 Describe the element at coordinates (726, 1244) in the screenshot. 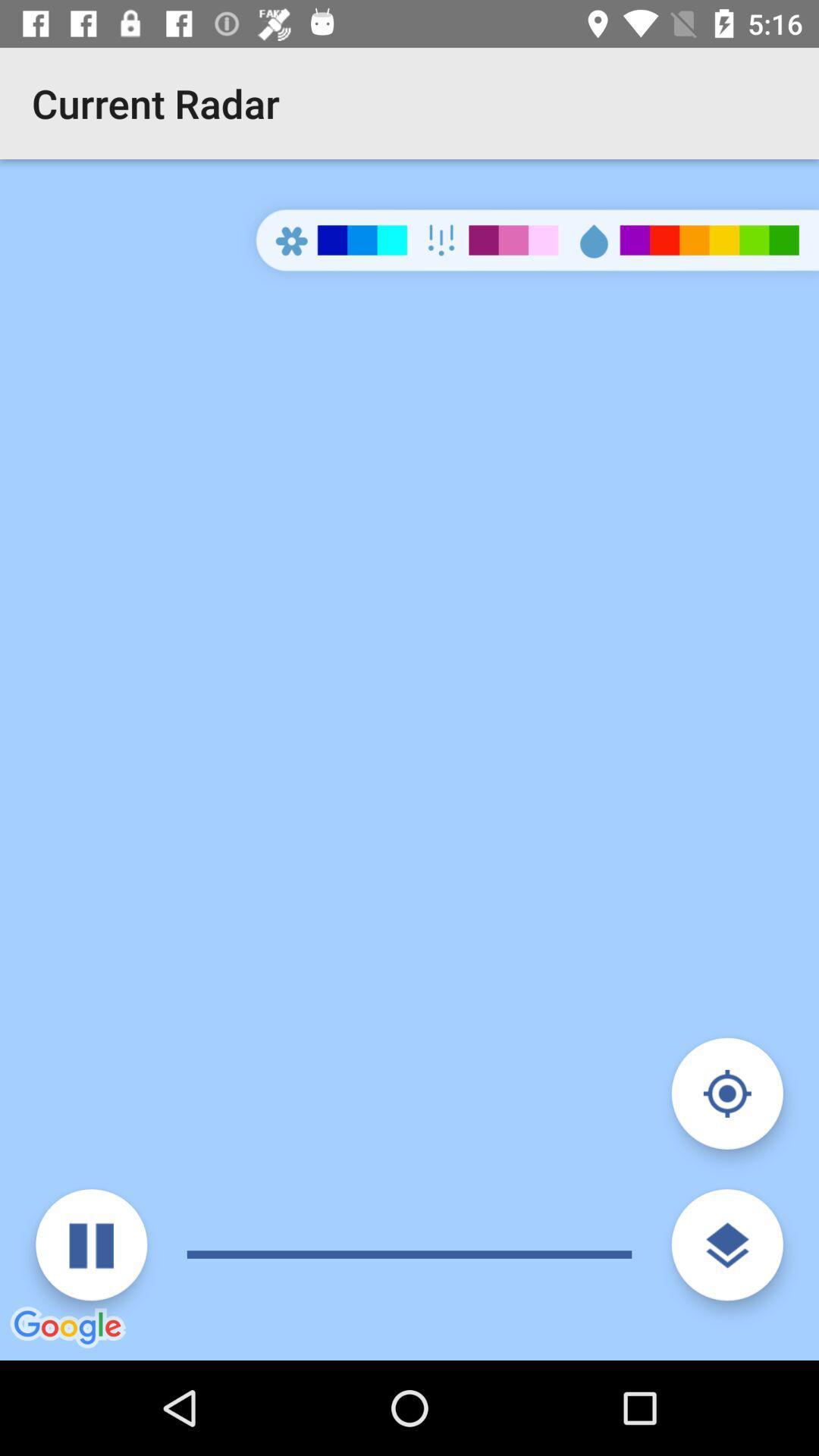

I see `the layers icon` at that location.